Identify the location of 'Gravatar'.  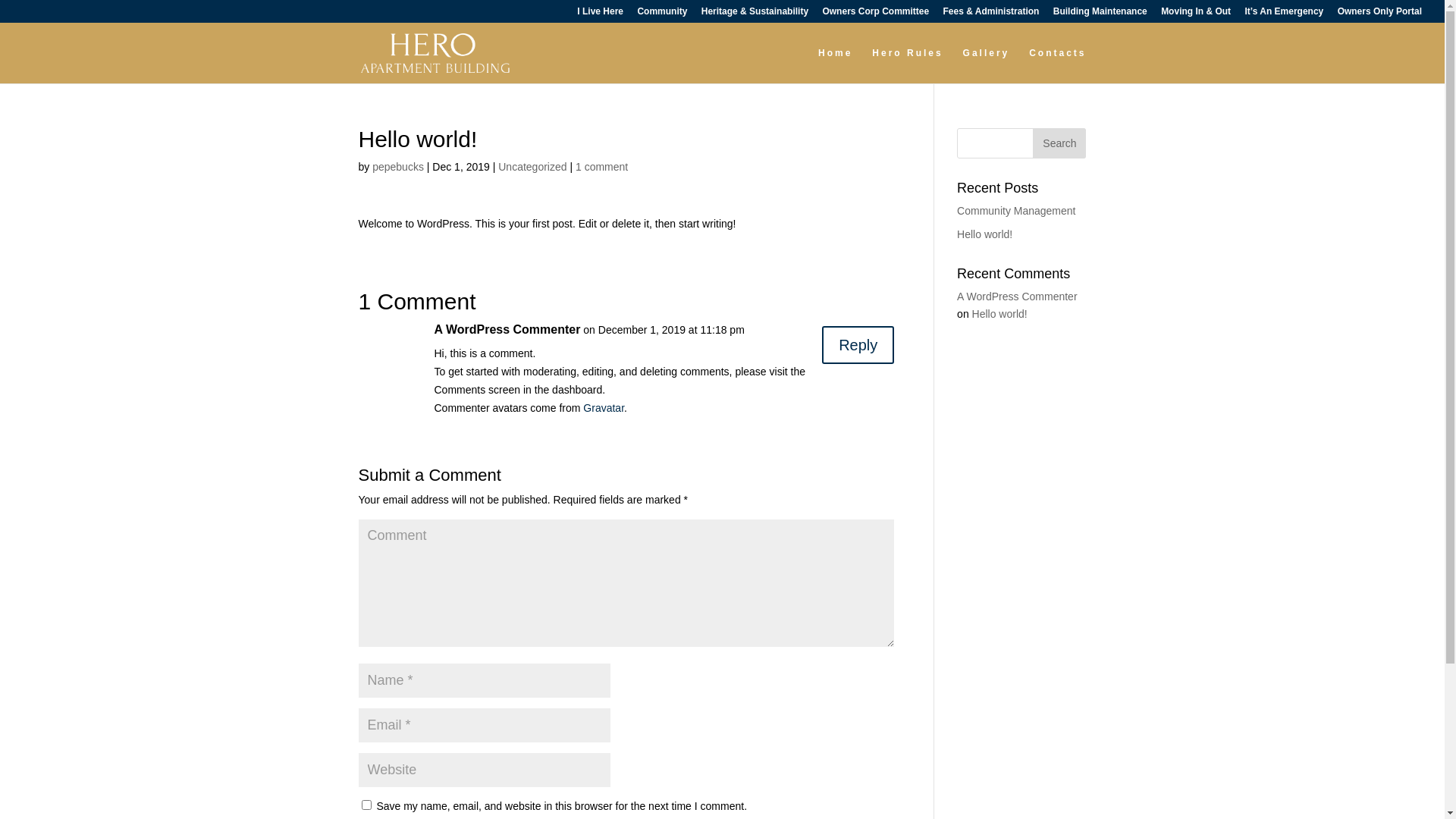
(603, 406).